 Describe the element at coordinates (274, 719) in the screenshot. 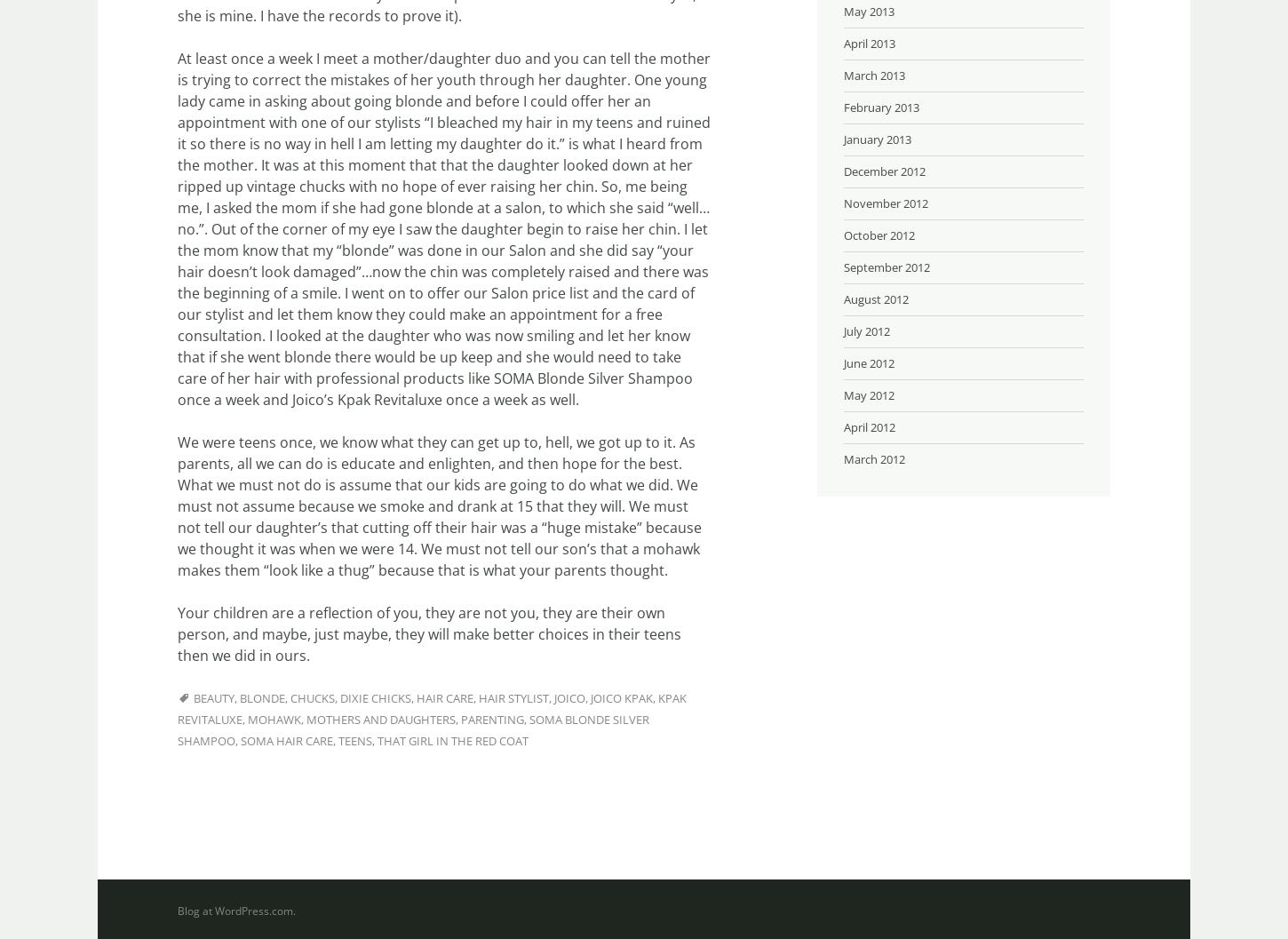

I see `'mohawk'` at that location.